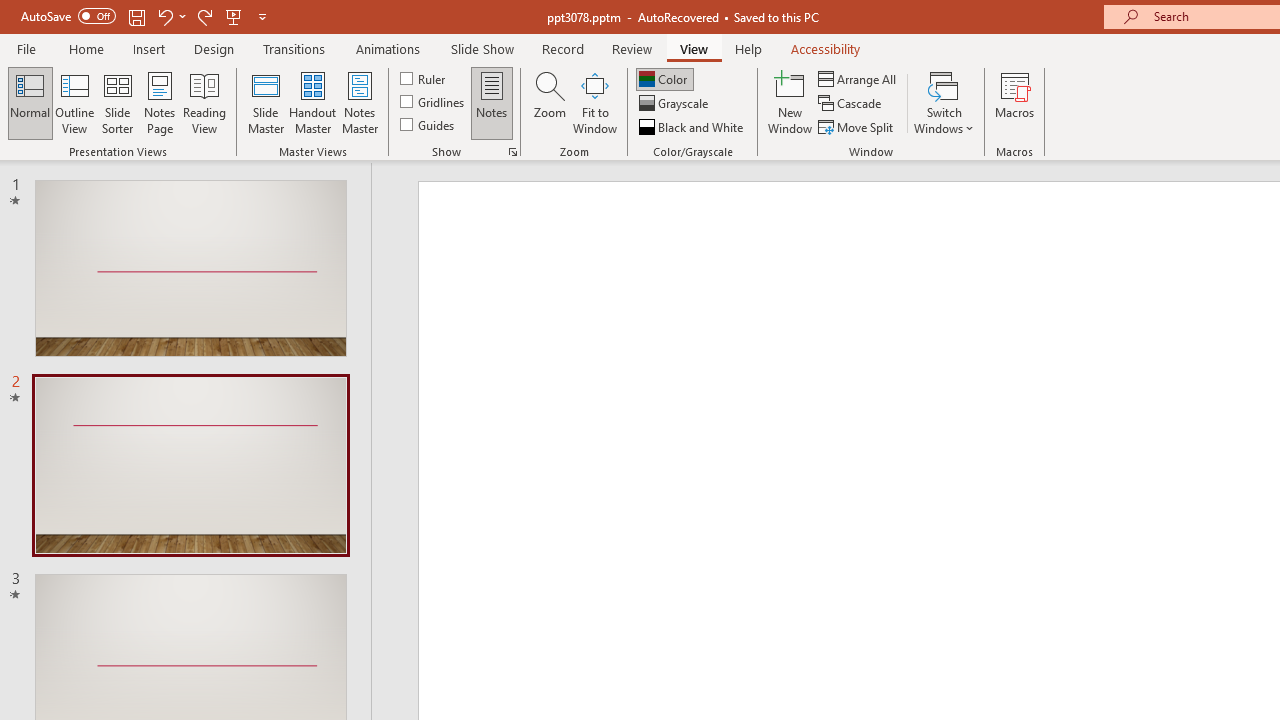 This screenshot has width=1280, height=720. I want to click on 'Fit to Window', so click(594, 103).